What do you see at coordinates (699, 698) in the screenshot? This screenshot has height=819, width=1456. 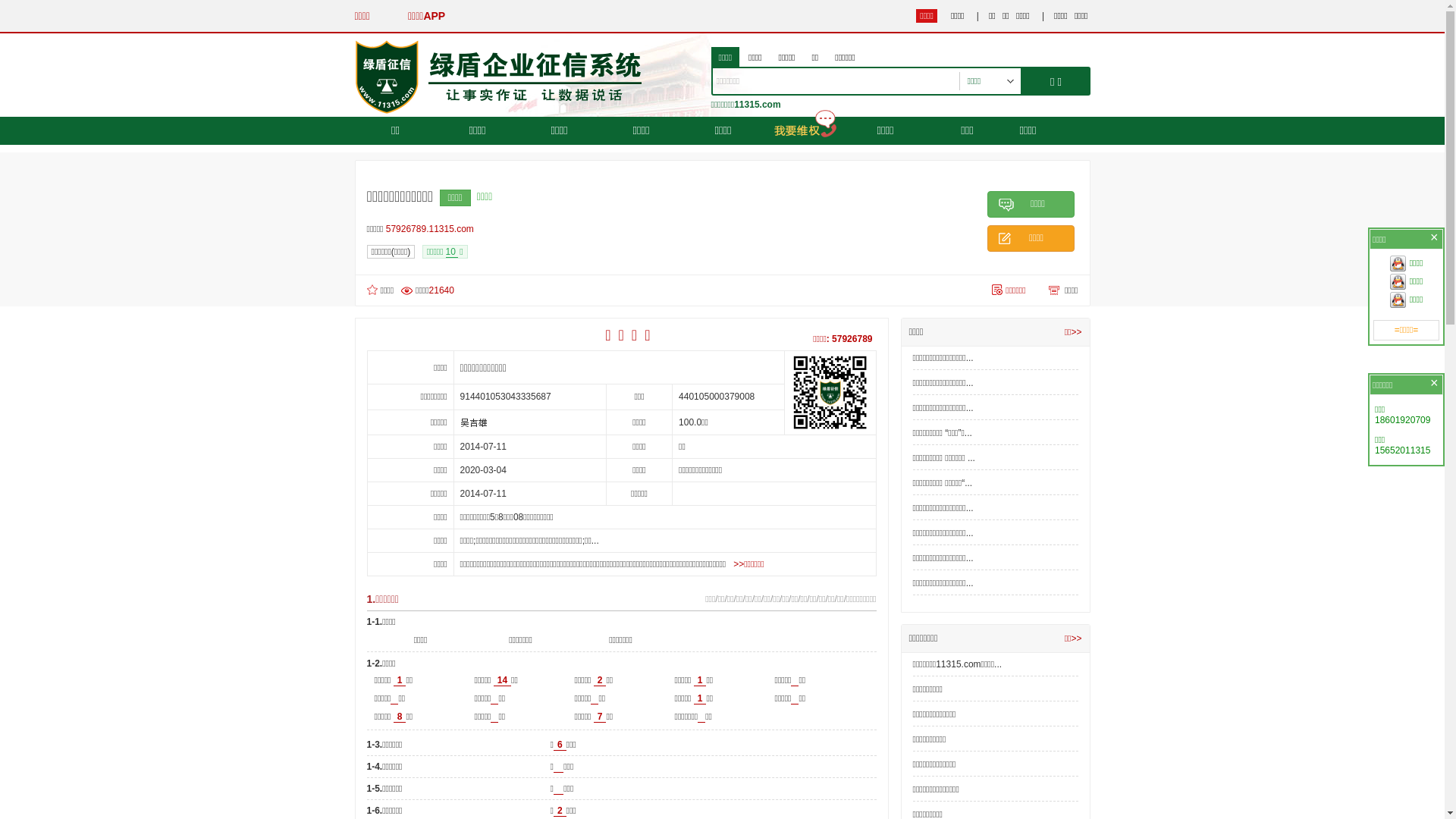 I see `'1'` at bounding box center [699, 698].